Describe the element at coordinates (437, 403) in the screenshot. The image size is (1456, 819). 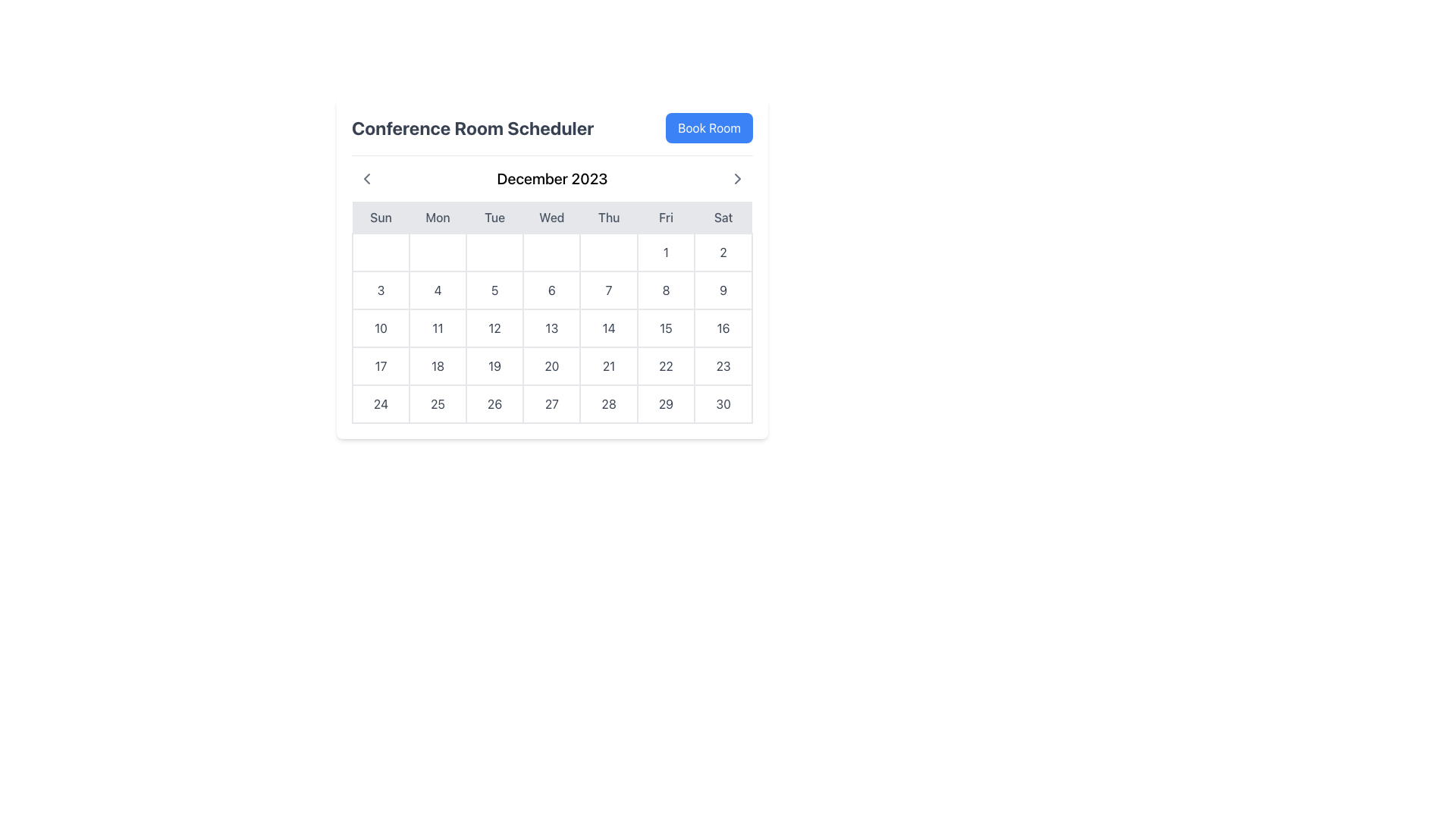
I see `the text label representing the date '25' in the third column of the last row of the calendar` at that location.